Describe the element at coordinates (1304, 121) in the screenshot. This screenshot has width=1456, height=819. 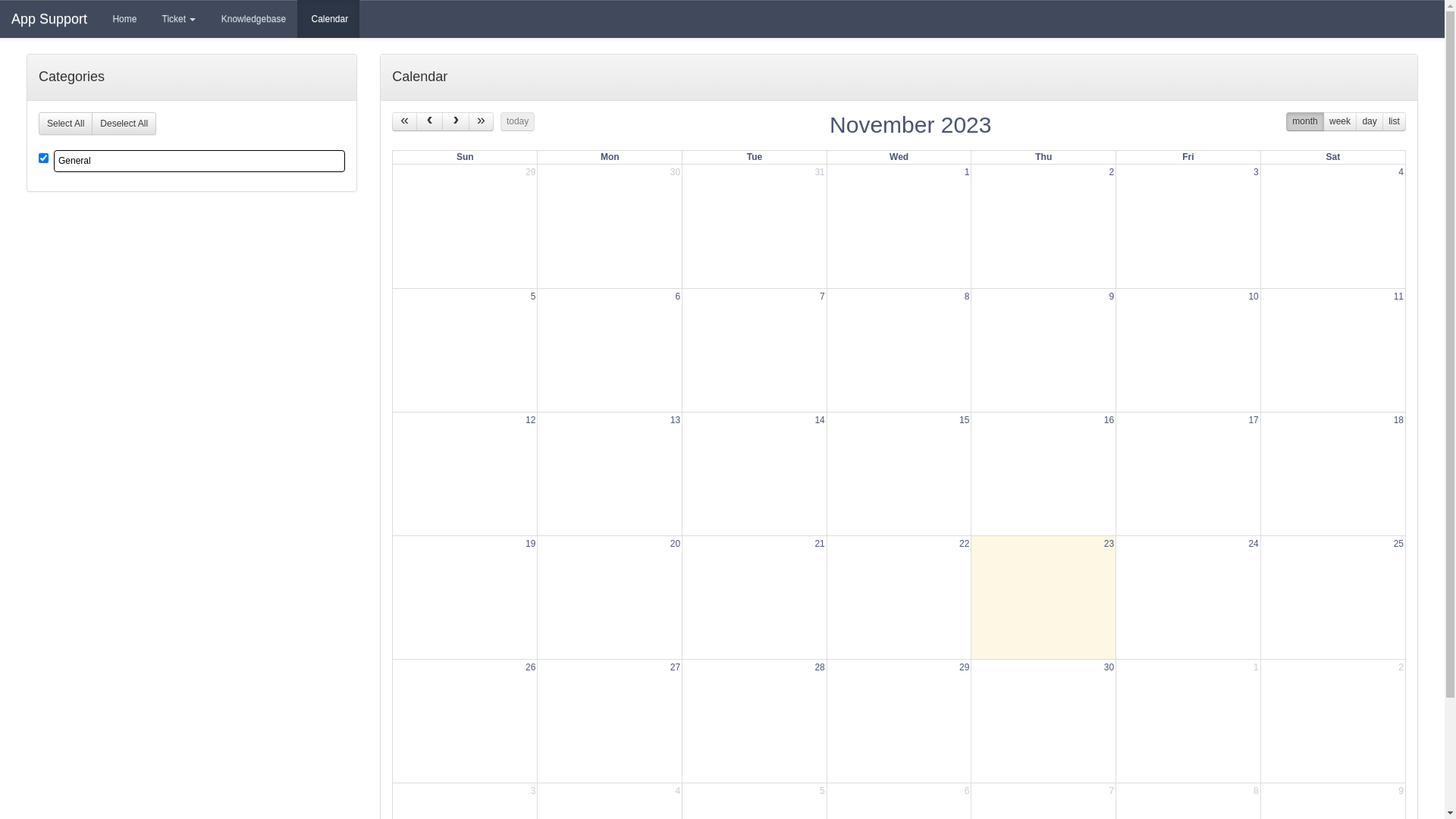
I see `'month'` at that location.